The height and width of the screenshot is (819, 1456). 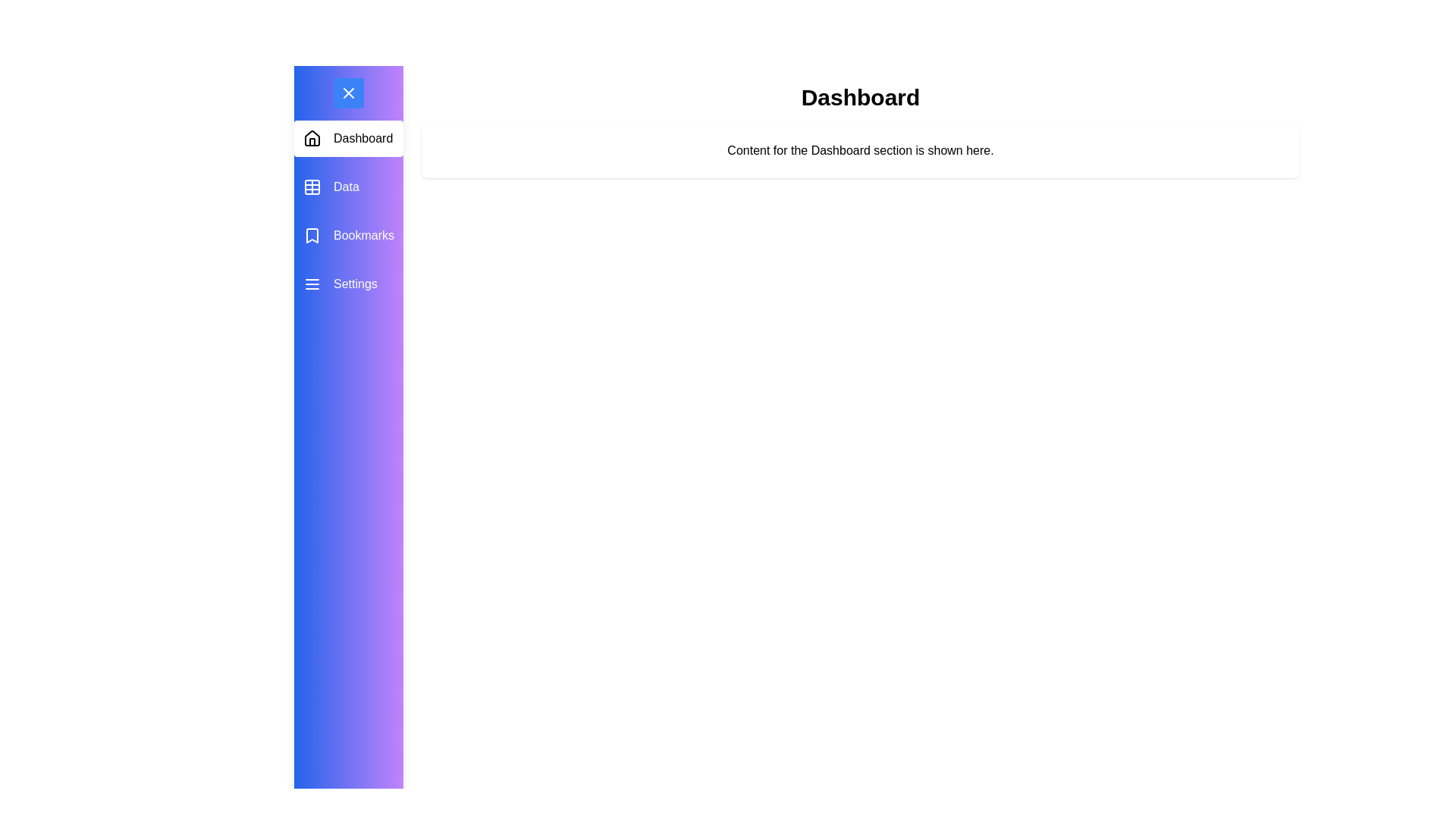 What do you see at coordinates (348, 186) in the screenshot?
I see `the menu item Data from the drawer` at bounding box center [348, 186].